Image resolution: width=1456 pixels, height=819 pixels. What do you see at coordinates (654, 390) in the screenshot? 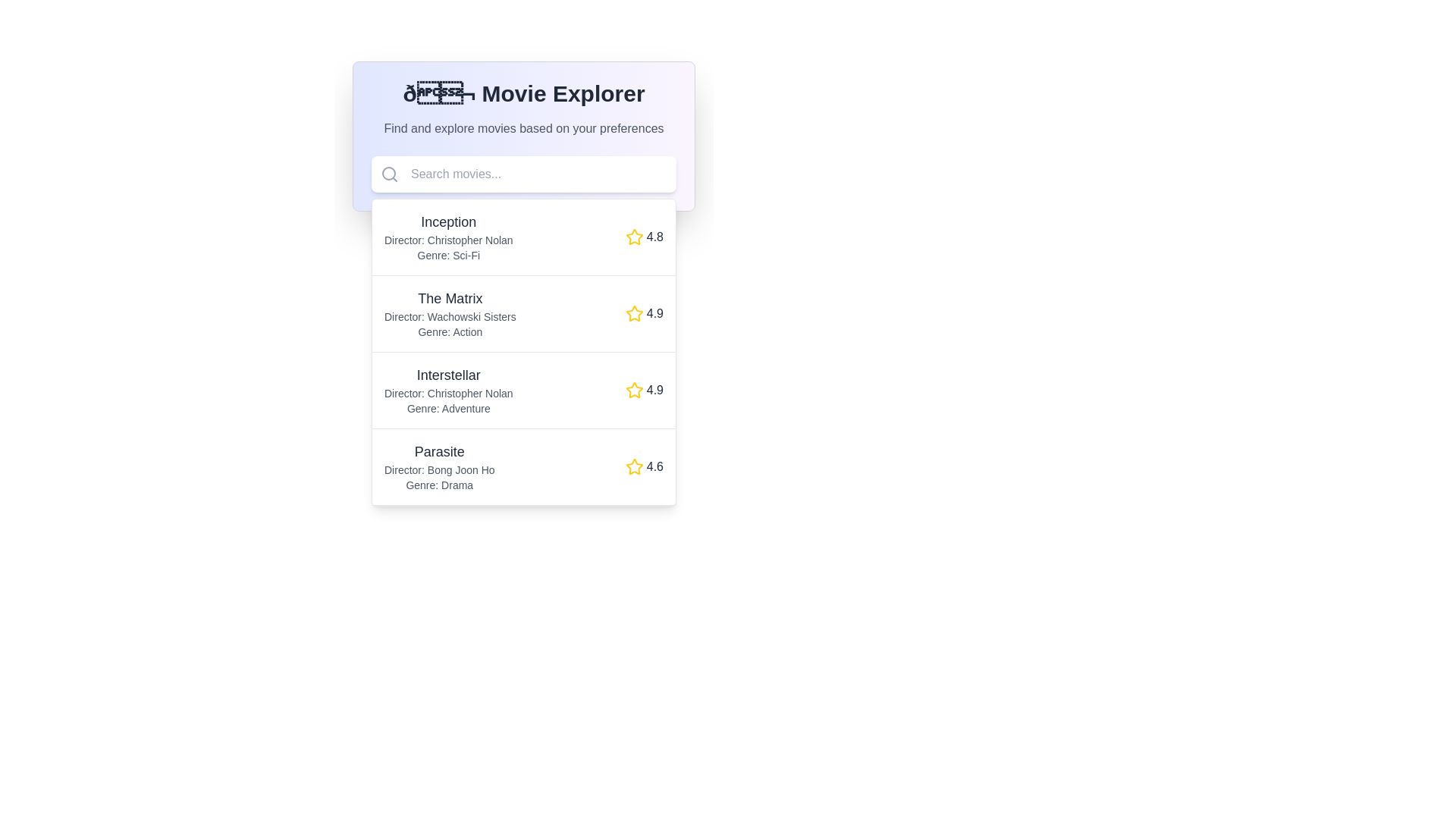
I see `the numeric rating text for the movie 'Interstellar', which is located to the right of the star icon` at bounding box center [654, 390].